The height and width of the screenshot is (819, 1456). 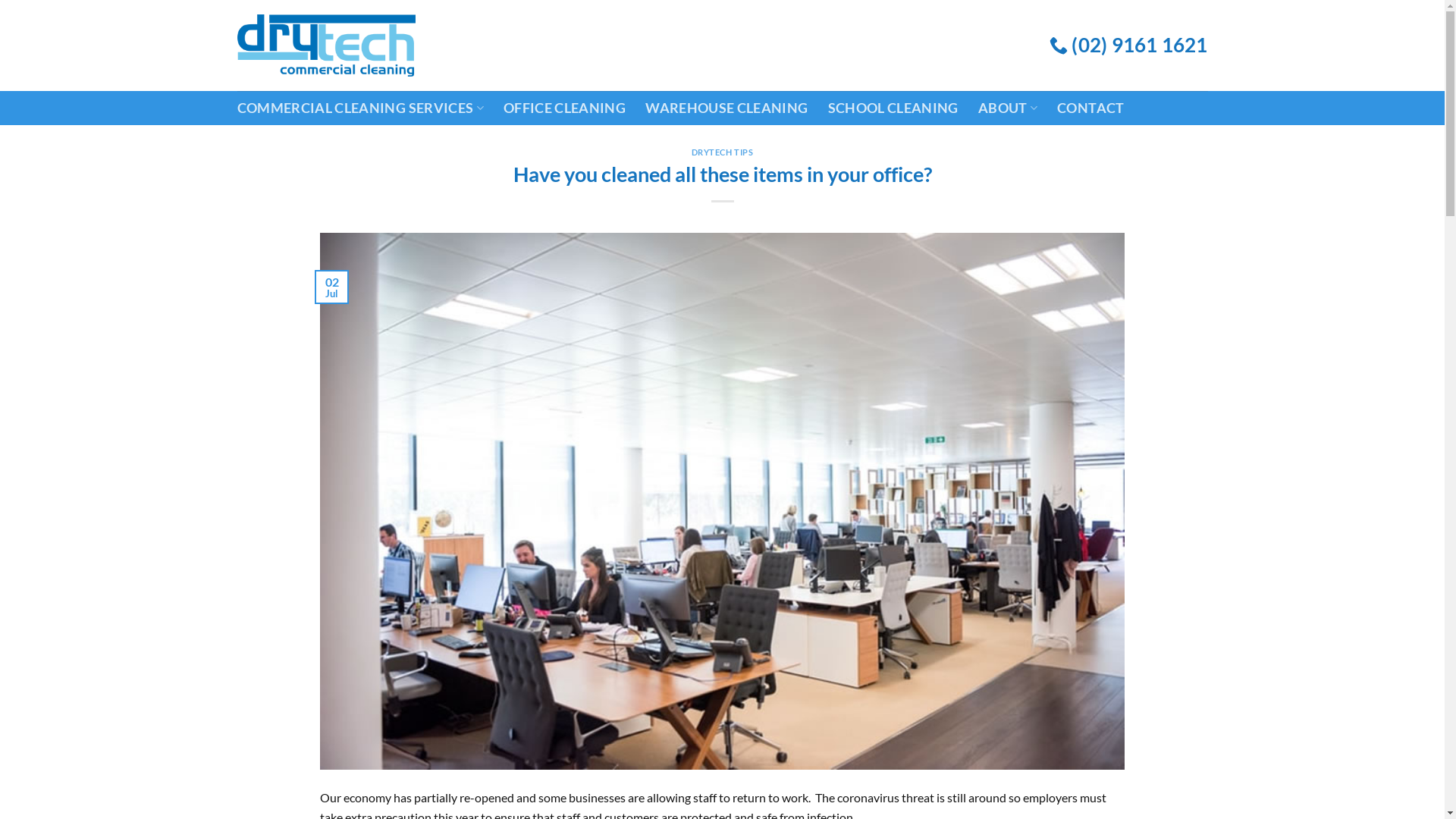 What do you see at coordinates (726, 107) in the screenshot?
I see `'WAREHOUSE CLEANING'` at bounding box center [726, 107].